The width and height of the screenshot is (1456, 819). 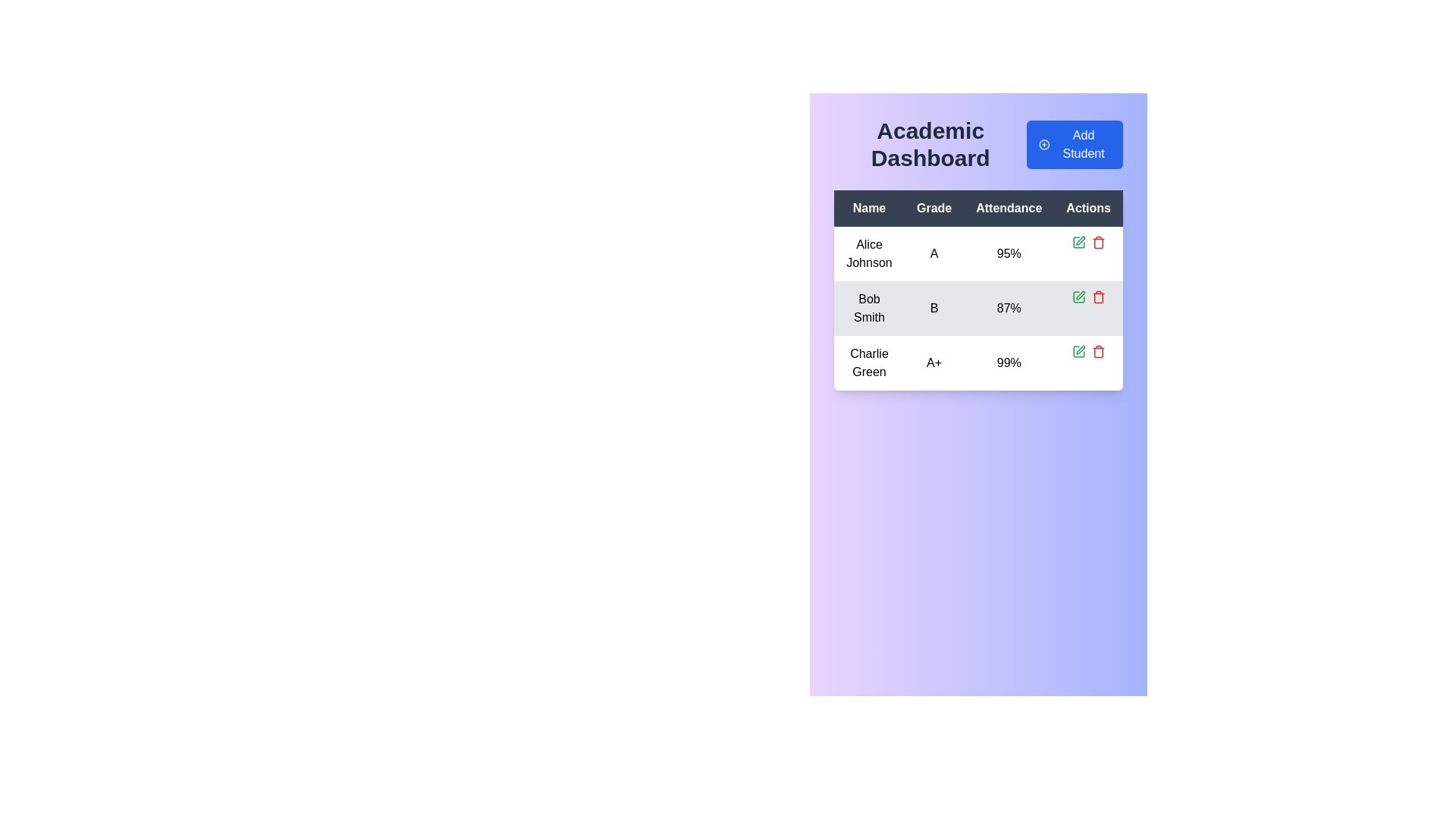 What do you see at coordinates (1043, 145) in the screenshot?
I see `the 'Add Student' button by clicking on its circular icon with a plus symbol, which is located in the top-right section of the interface` at bounding box center [1043, 145].